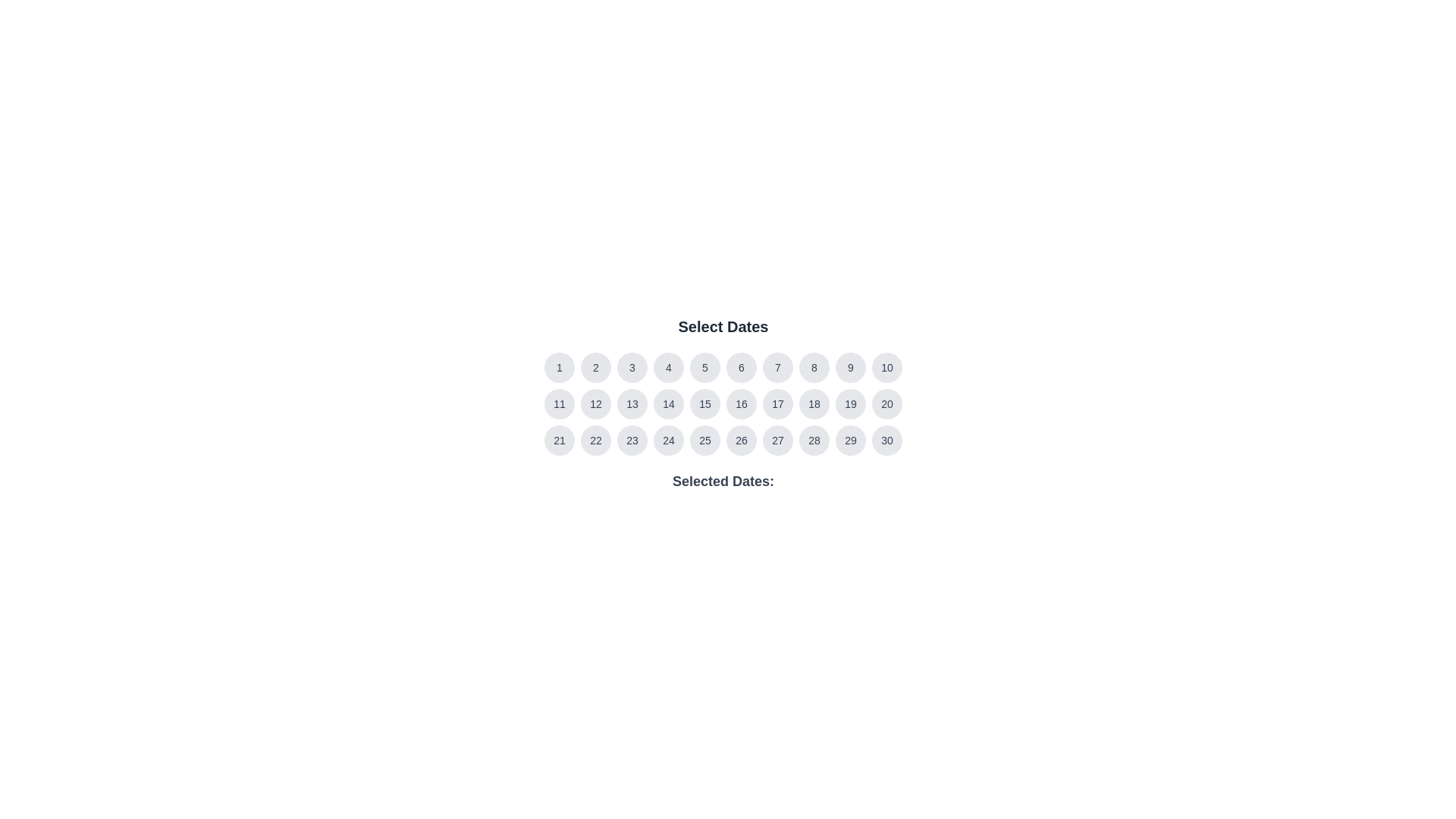 This screenshot has height=819, width=1456. I want to click on the circular button containing the number '16' with a light gray background to trigger a tooltip or highlight effect, so click(742, 403).